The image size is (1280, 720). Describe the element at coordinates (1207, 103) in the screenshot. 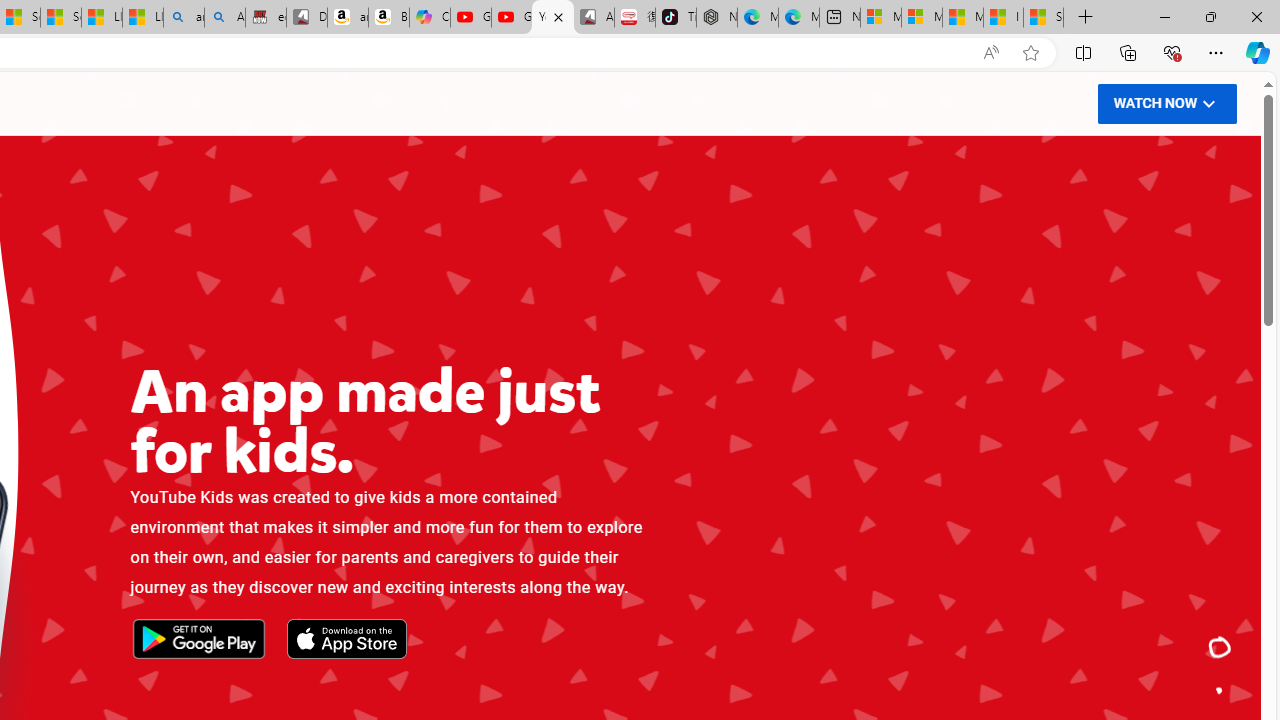

I see `'Class: ytk__arrow-link-icon'` at that location.